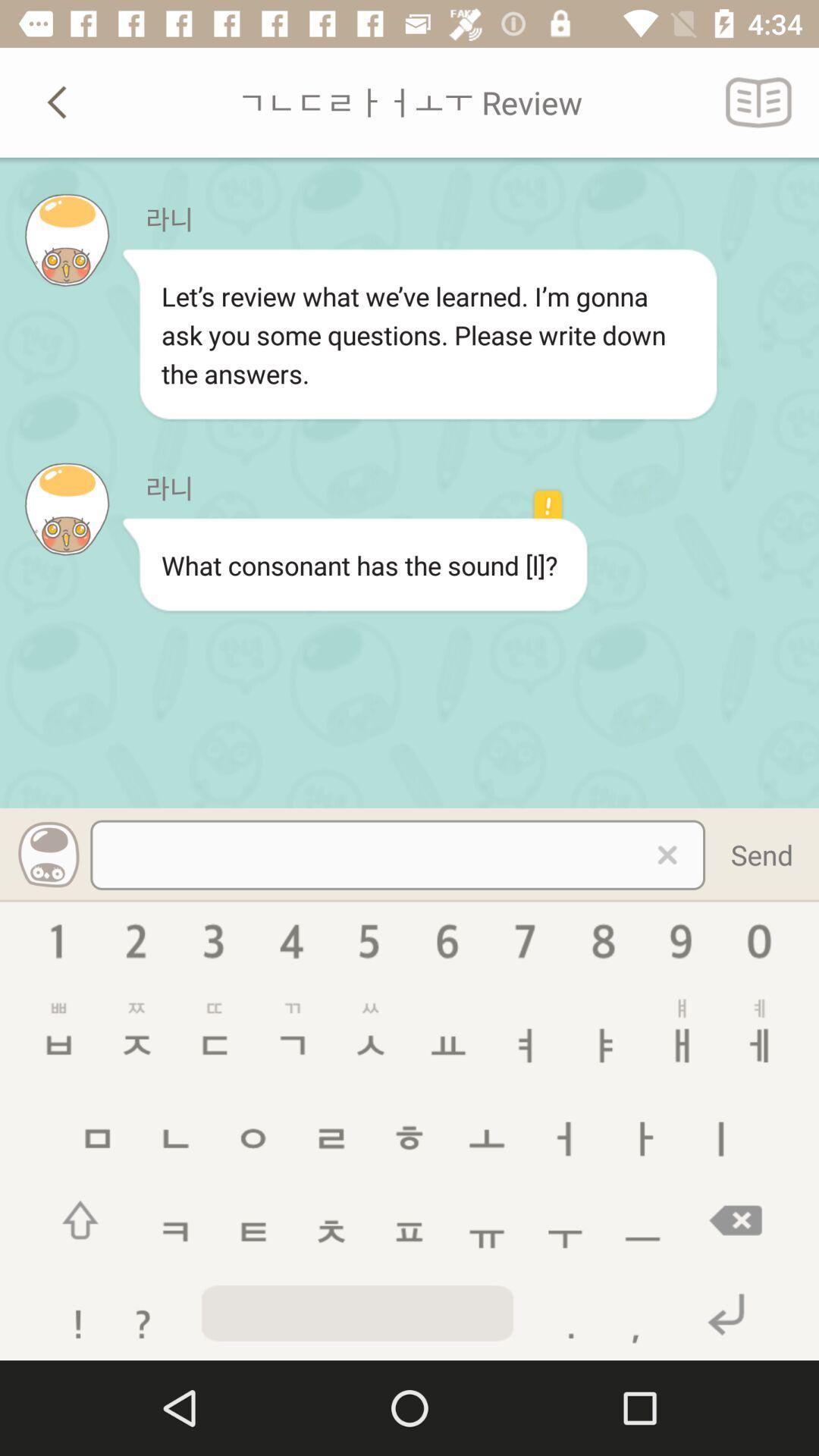  I want to click on the help icon, so click(136, 943).